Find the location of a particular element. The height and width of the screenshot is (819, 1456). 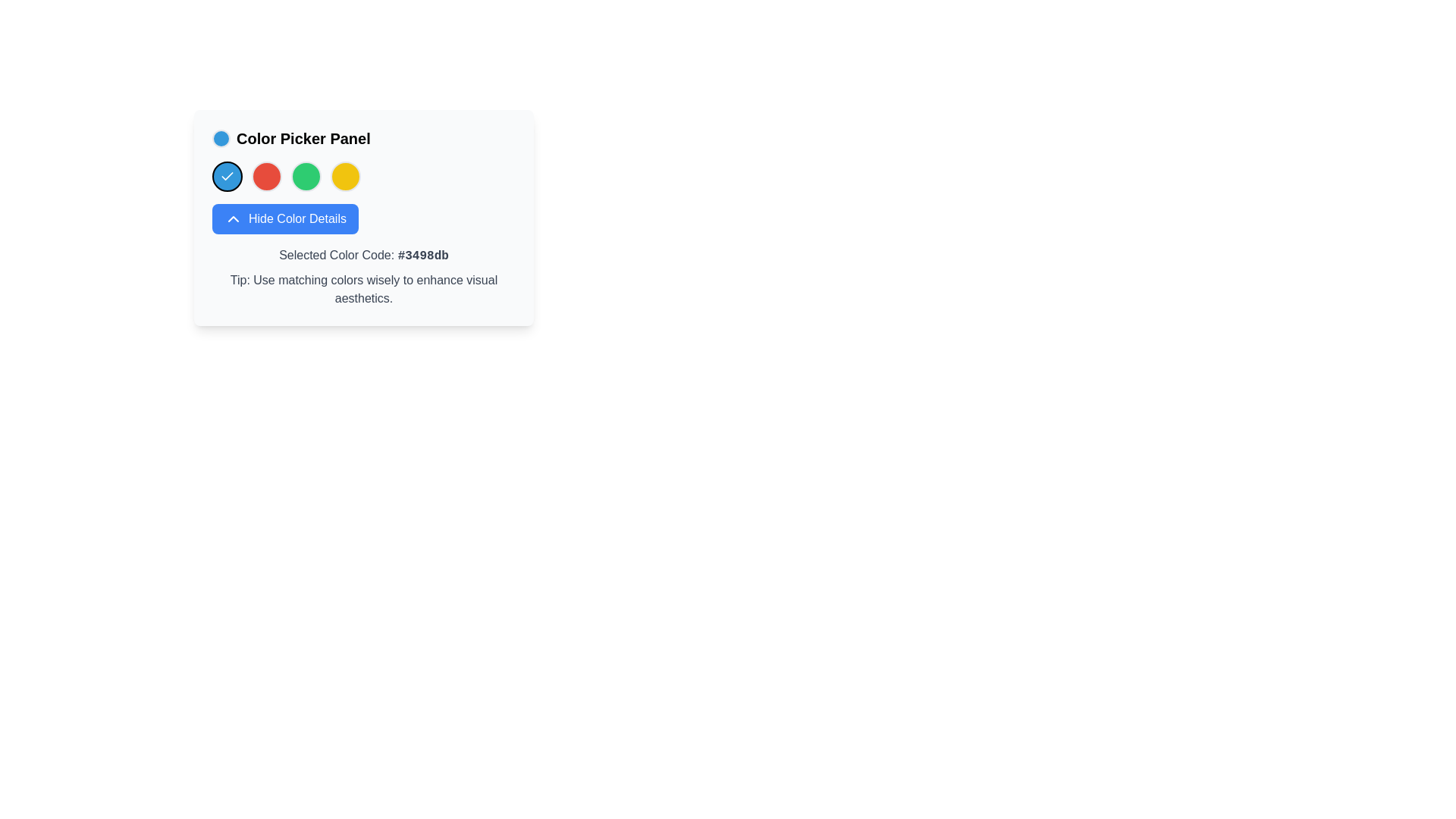

the circular Color selection button with a yellow background, positioned as the fifth circle in the Color Picker Panel is located at coordinates (345, 175).